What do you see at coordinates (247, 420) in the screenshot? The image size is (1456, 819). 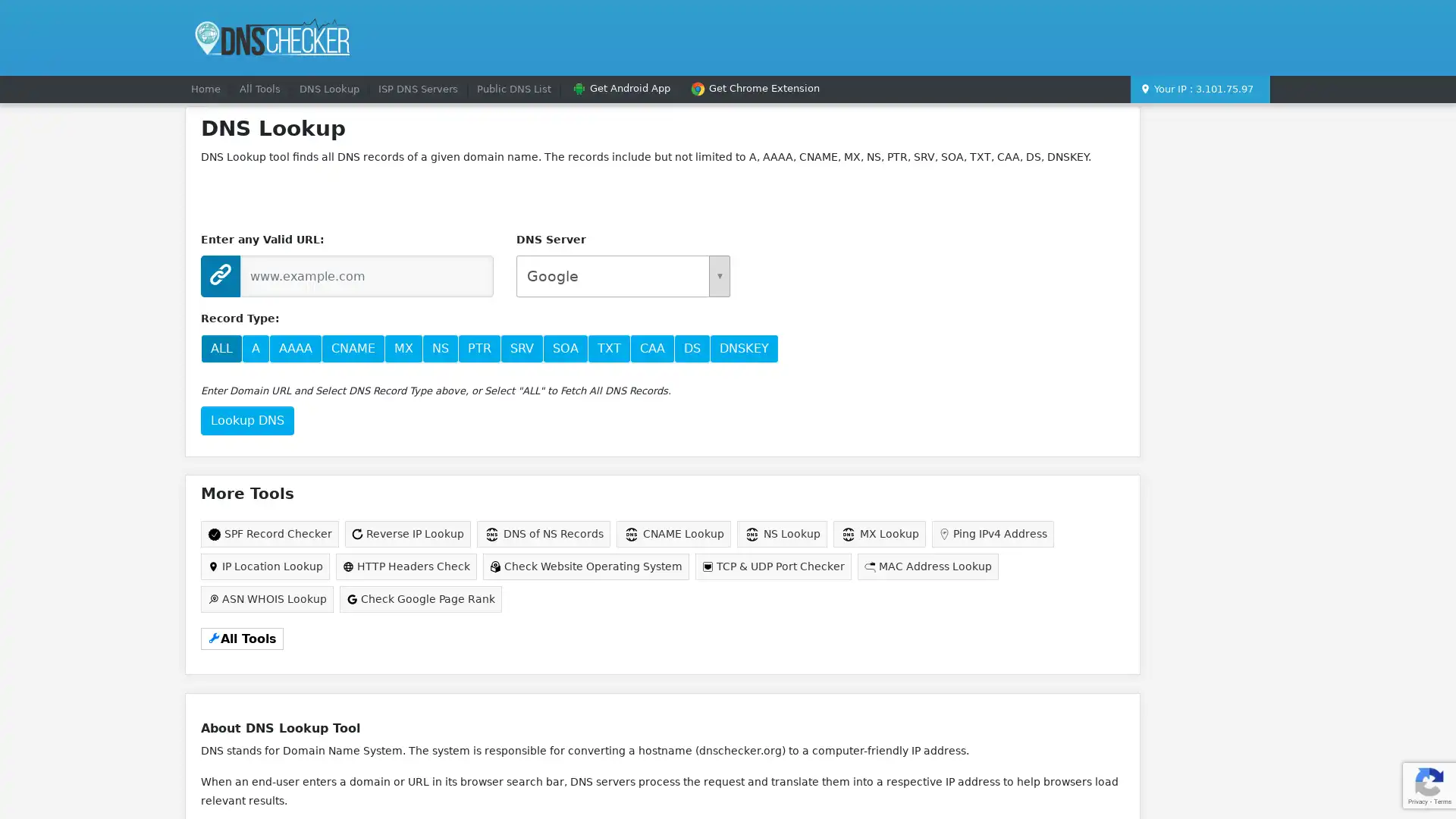 I see `Lookup DNS` at bounding box center [247, 420].